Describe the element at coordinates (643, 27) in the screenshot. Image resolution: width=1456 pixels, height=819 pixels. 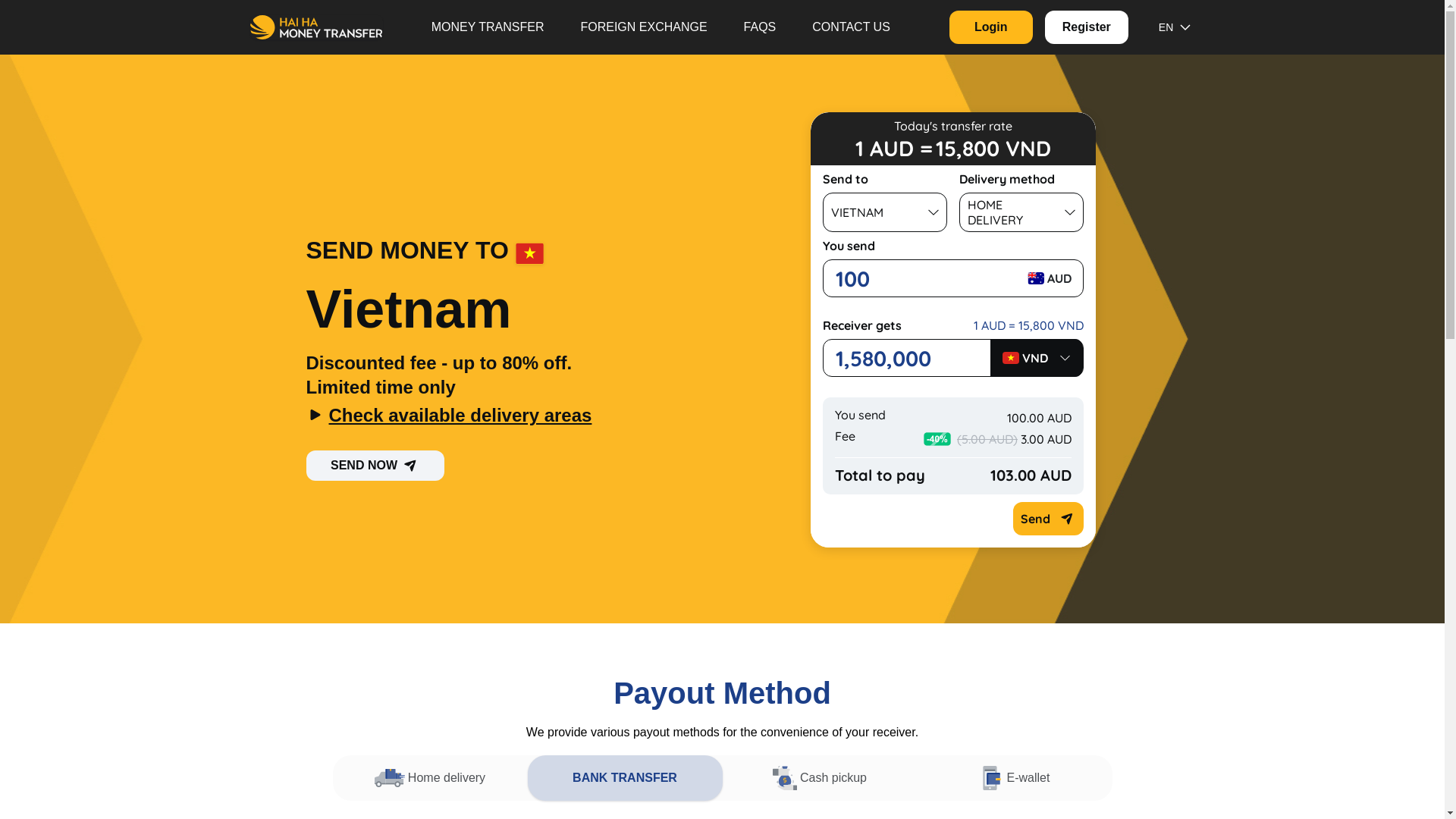
I see `'FOREIGN EXCHANGE'` at that location.